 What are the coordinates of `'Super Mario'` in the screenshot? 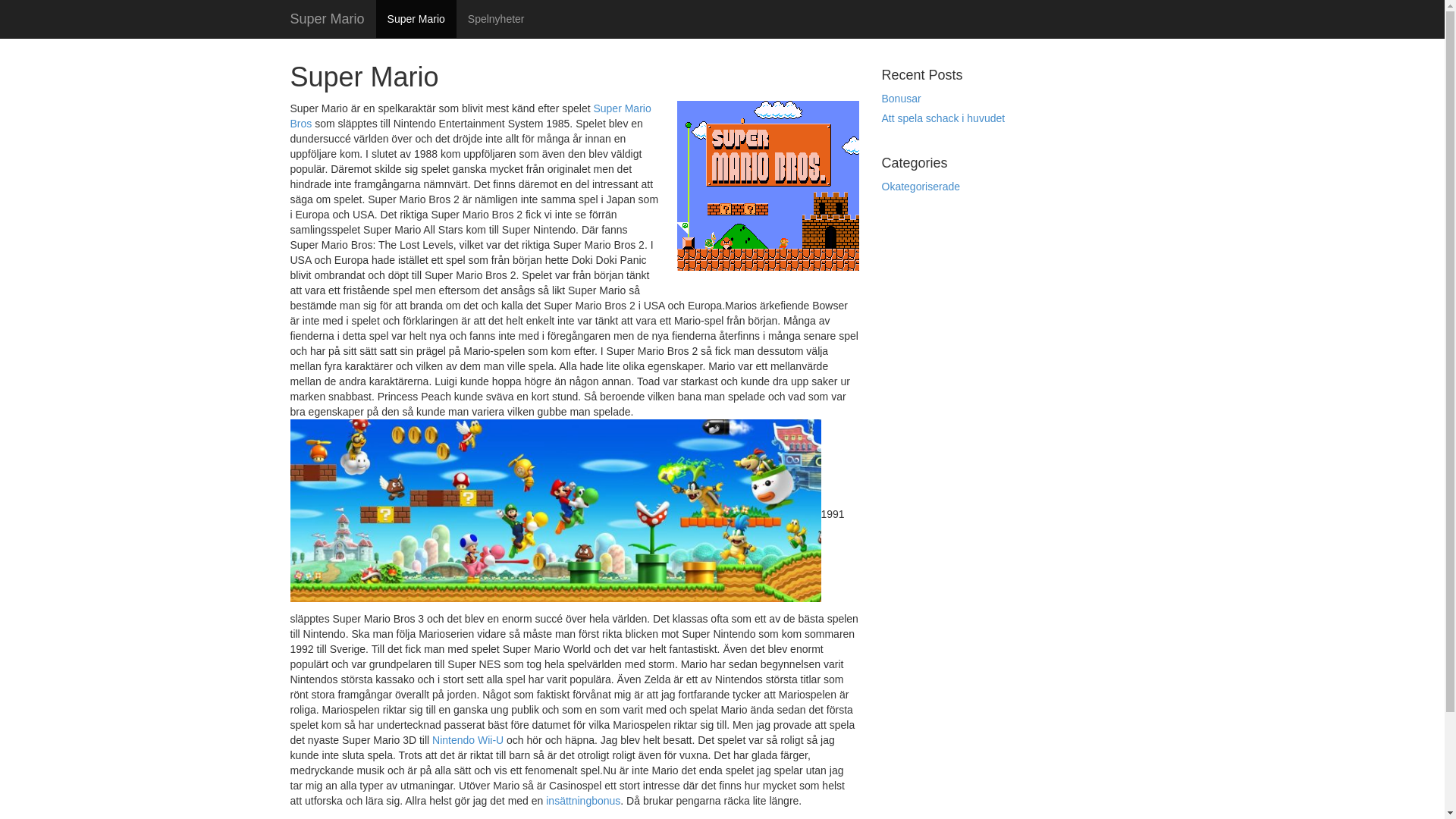 It's located at (327, 18).